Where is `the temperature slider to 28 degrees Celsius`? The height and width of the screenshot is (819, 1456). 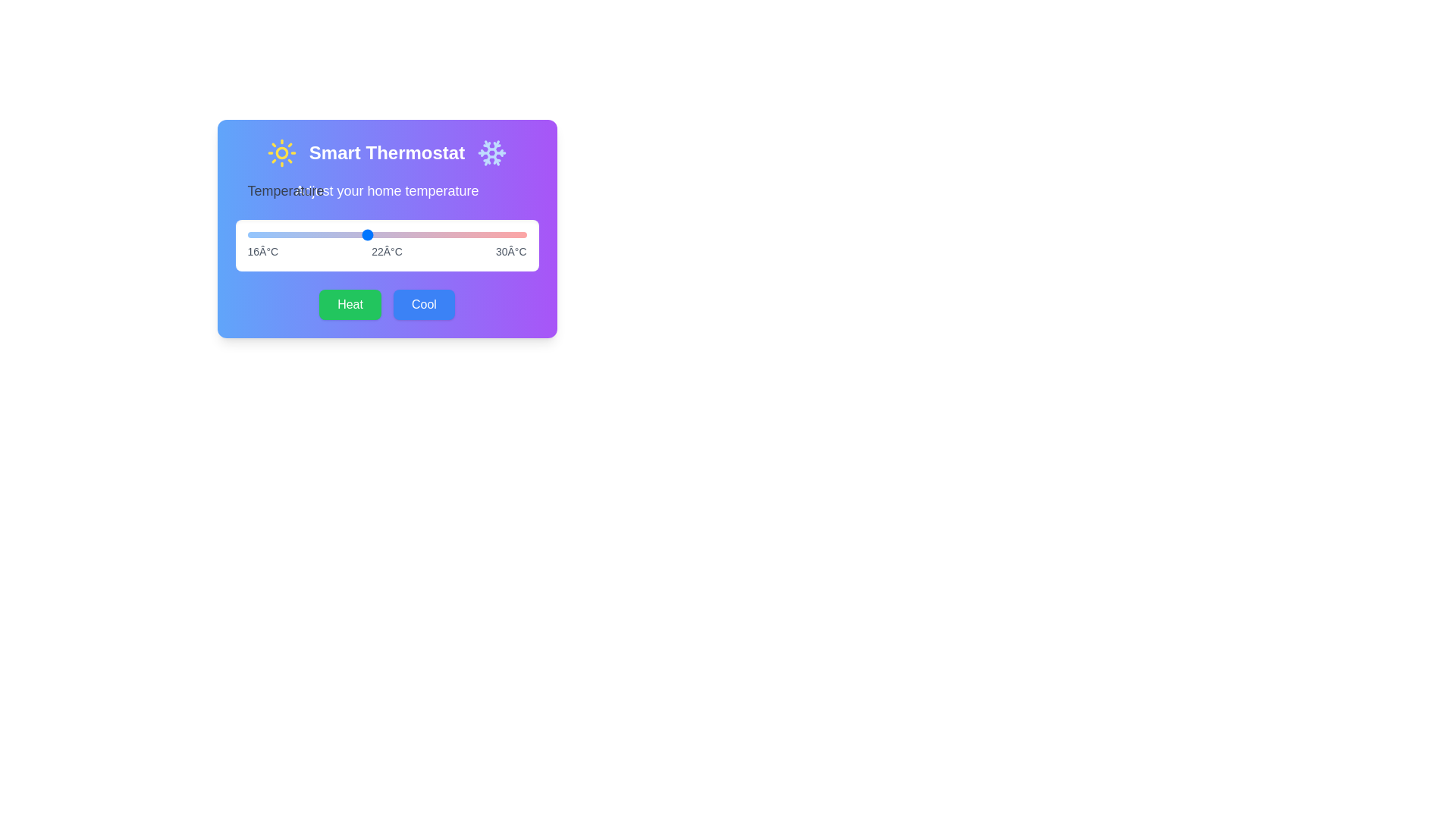
the temperature slider to 28 degrees Celsius is located at coordinates (486, 234).